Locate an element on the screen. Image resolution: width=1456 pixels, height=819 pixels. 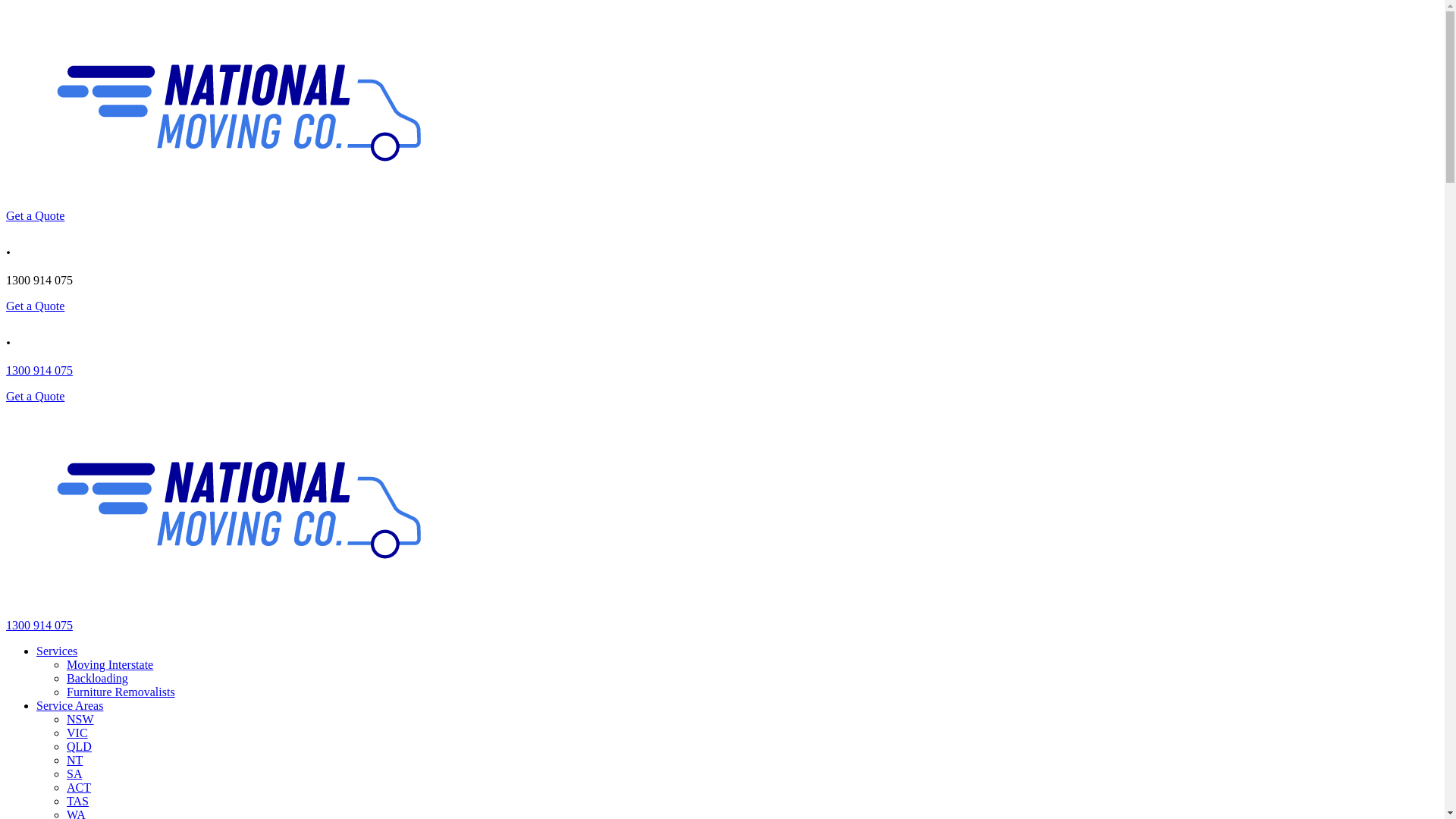
'Services' is located at coordinates (36, 650).